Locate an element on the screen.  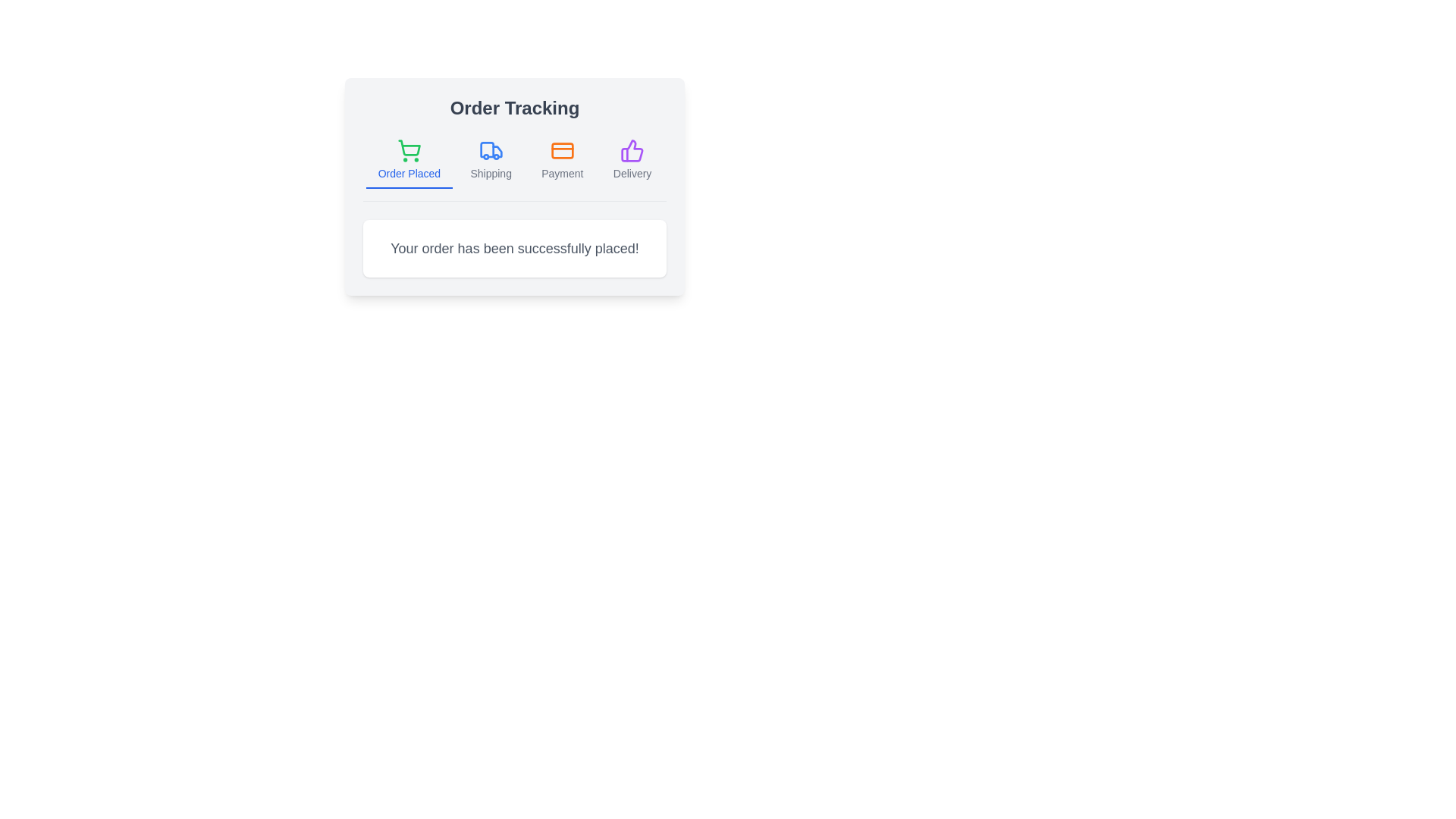
the tab labeled Delivery to activate it is located at coordinates (632, 161).